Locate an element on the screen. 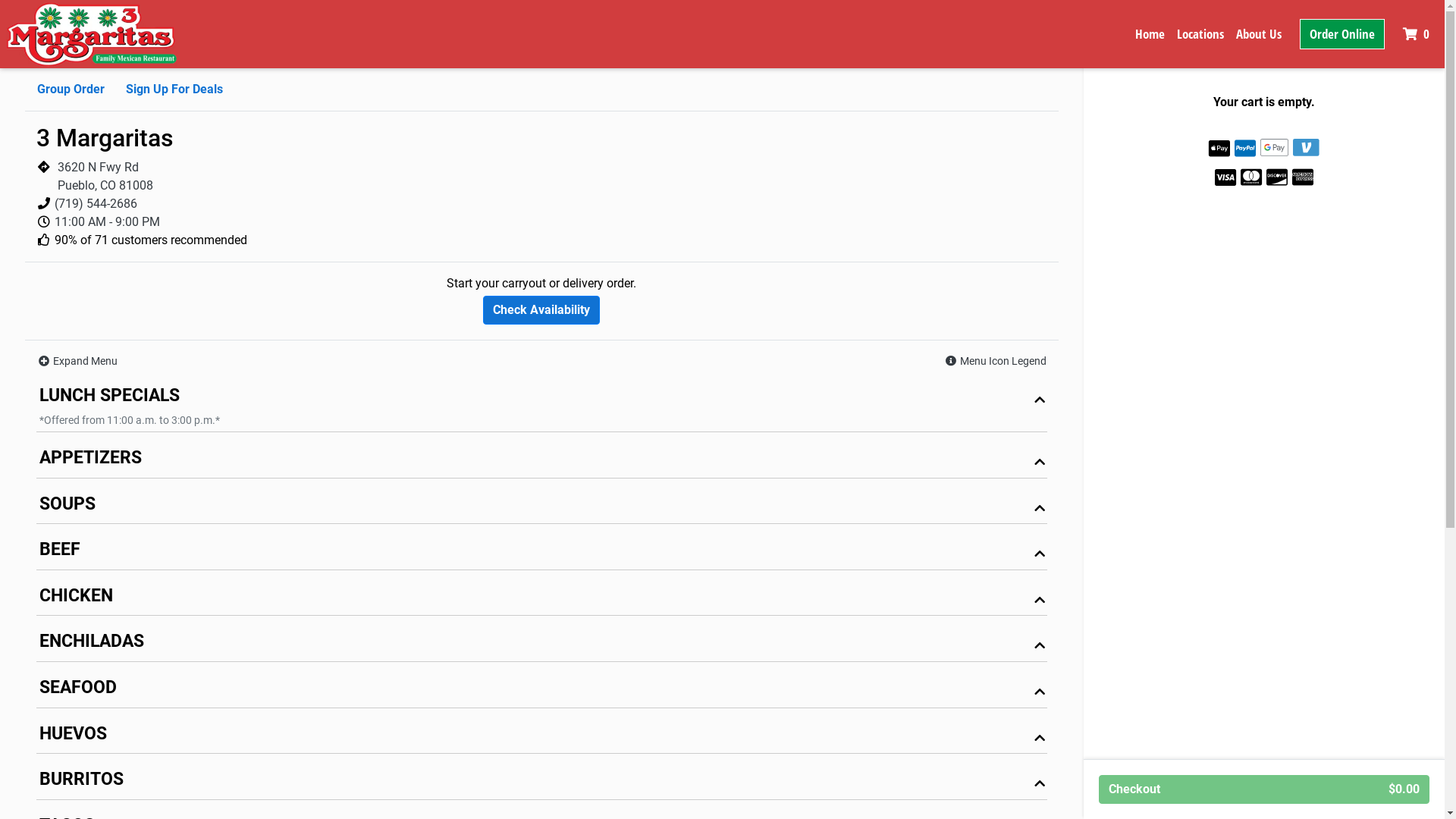 The width and height of the screenshot is (1456, 819). 'CHICKEN' is located at coordinates (541, 598).